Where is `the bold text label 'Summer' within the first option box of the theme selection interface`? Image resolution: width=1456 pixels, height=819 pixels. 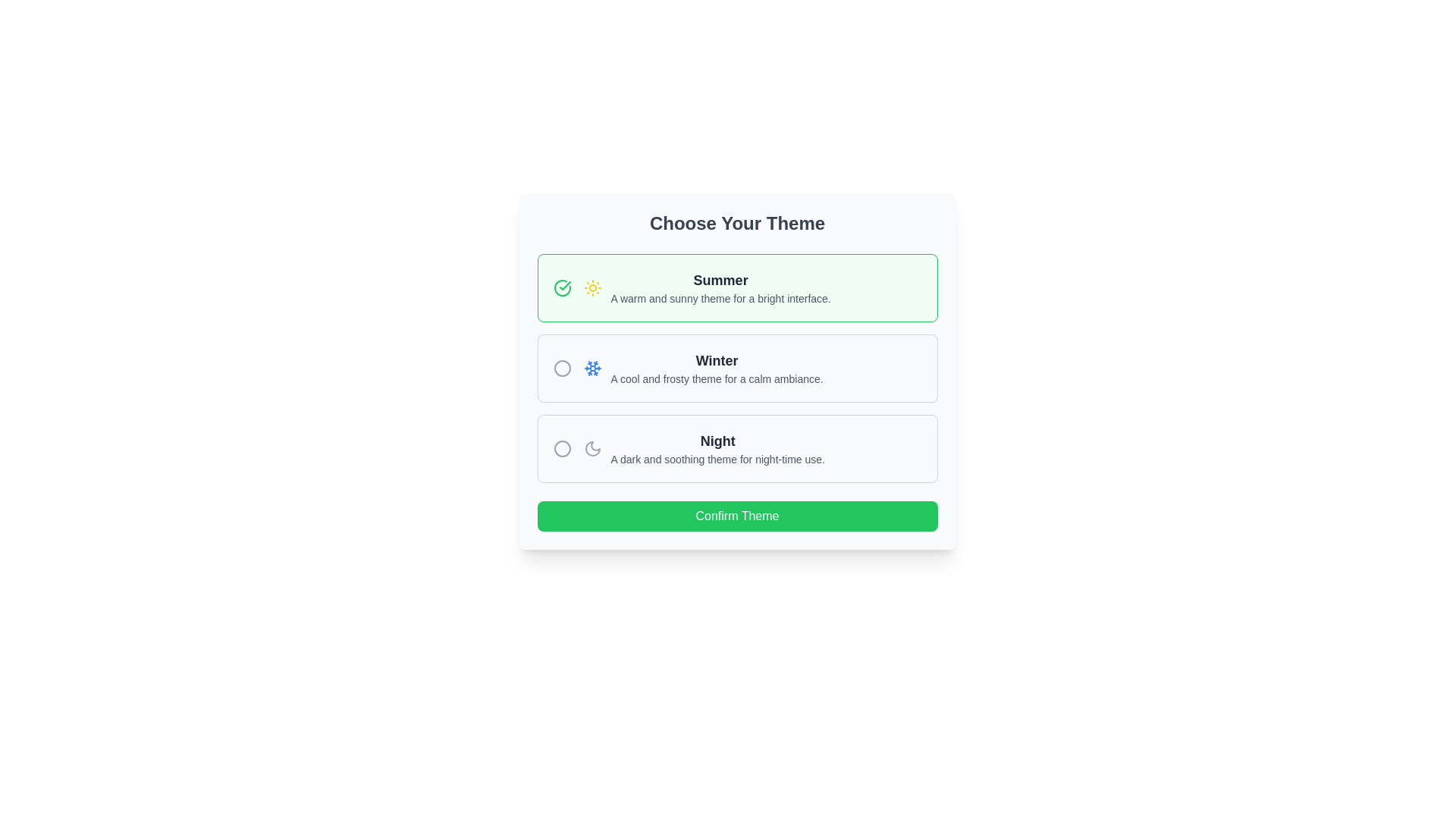 the bold text label 'Summer' within the first option box of the theme selection interface is located at coordinates (720, 281).